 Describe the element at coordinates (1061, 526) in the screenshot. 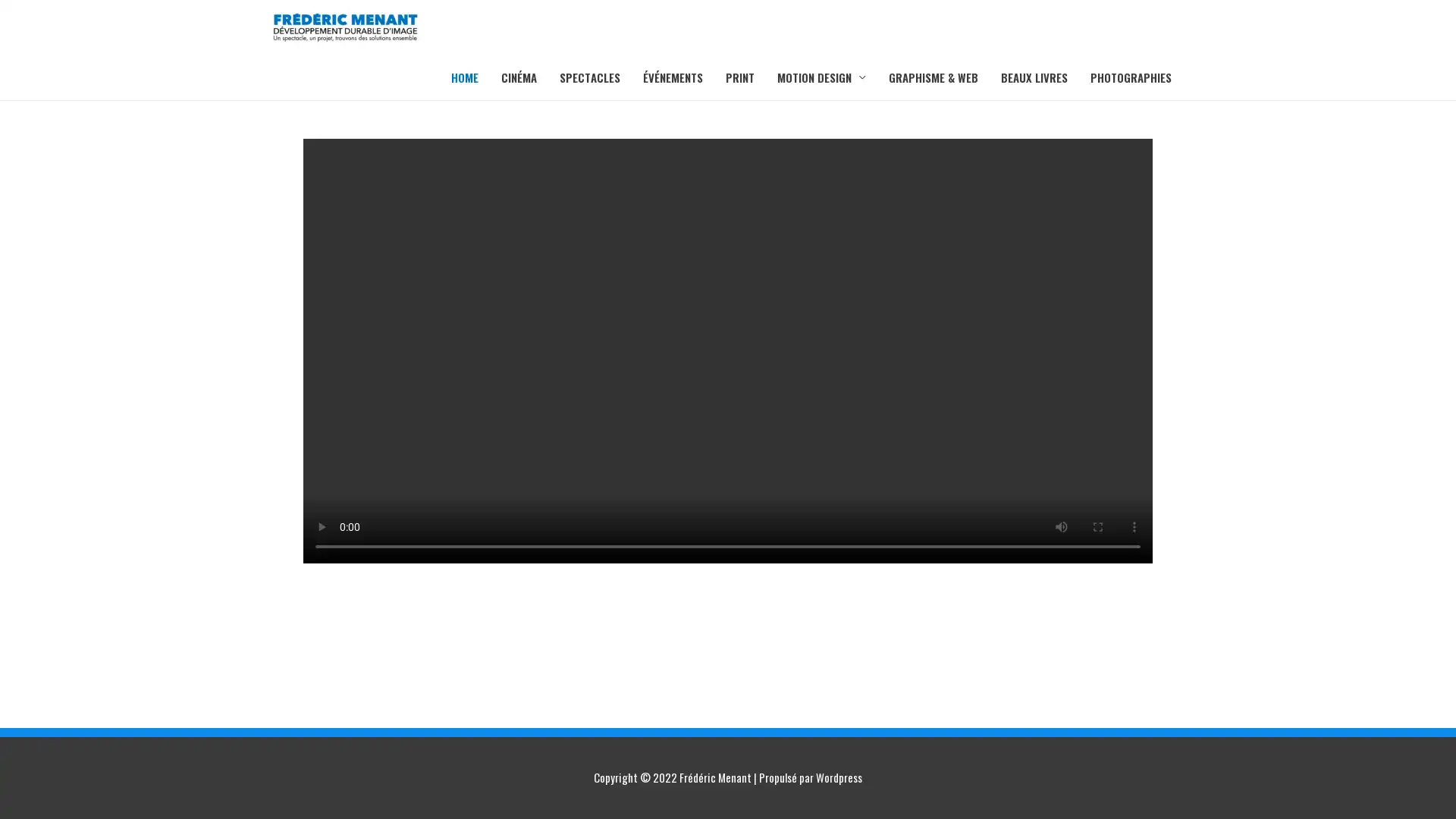

I see `mute` at that location.